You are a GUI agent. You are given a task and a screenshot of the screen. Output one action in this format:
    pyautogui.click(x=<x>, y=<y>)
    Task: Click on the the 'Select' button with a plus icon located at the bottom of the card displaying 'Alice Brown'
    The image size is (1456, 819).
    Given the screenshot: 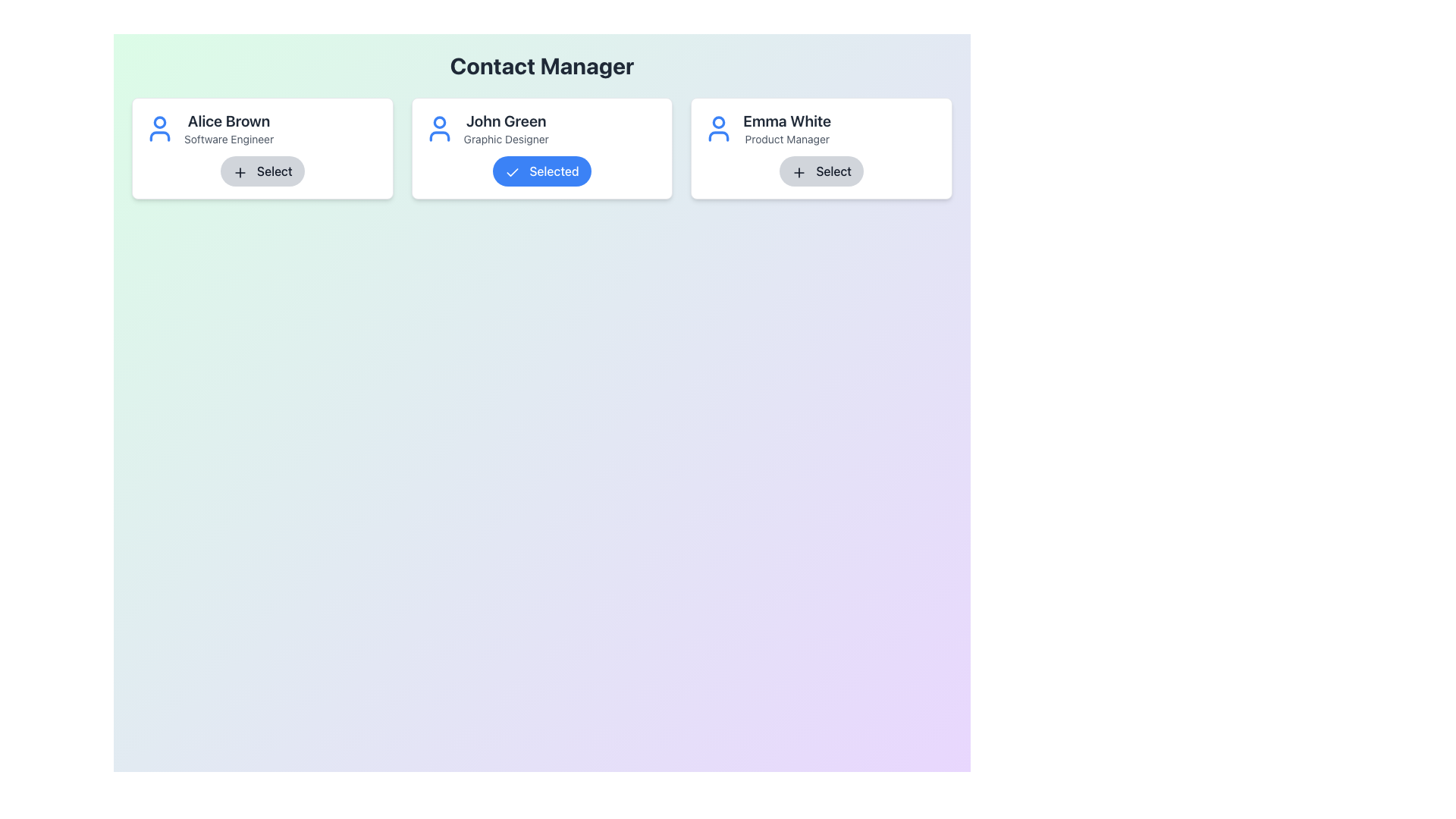 What is the action you would take?
    pyautogui.click(x=262, y=171)
    